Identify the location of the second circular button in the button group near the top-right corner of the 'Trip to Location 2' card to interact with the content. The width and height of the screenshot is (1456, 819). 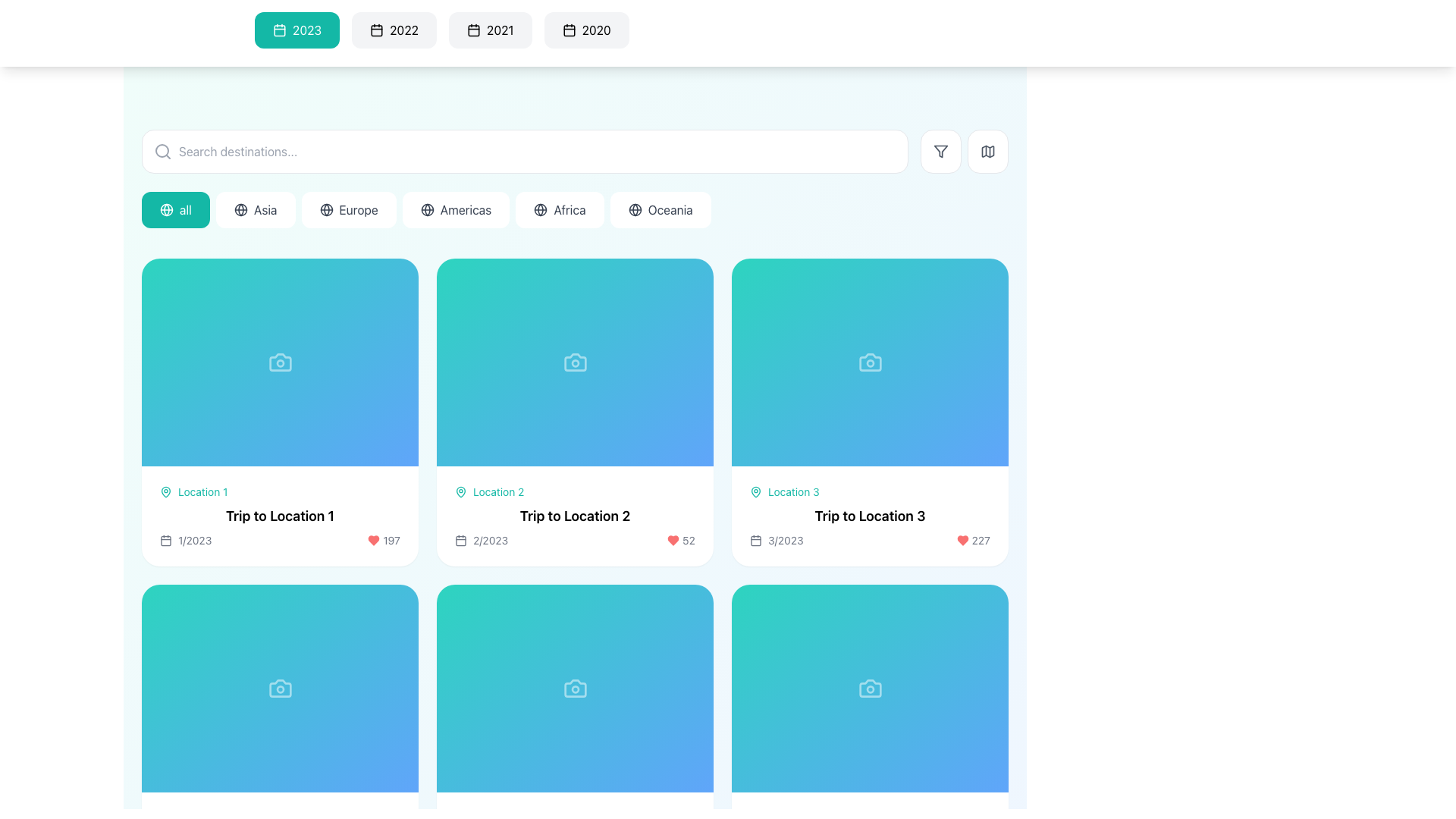
(670, 284).